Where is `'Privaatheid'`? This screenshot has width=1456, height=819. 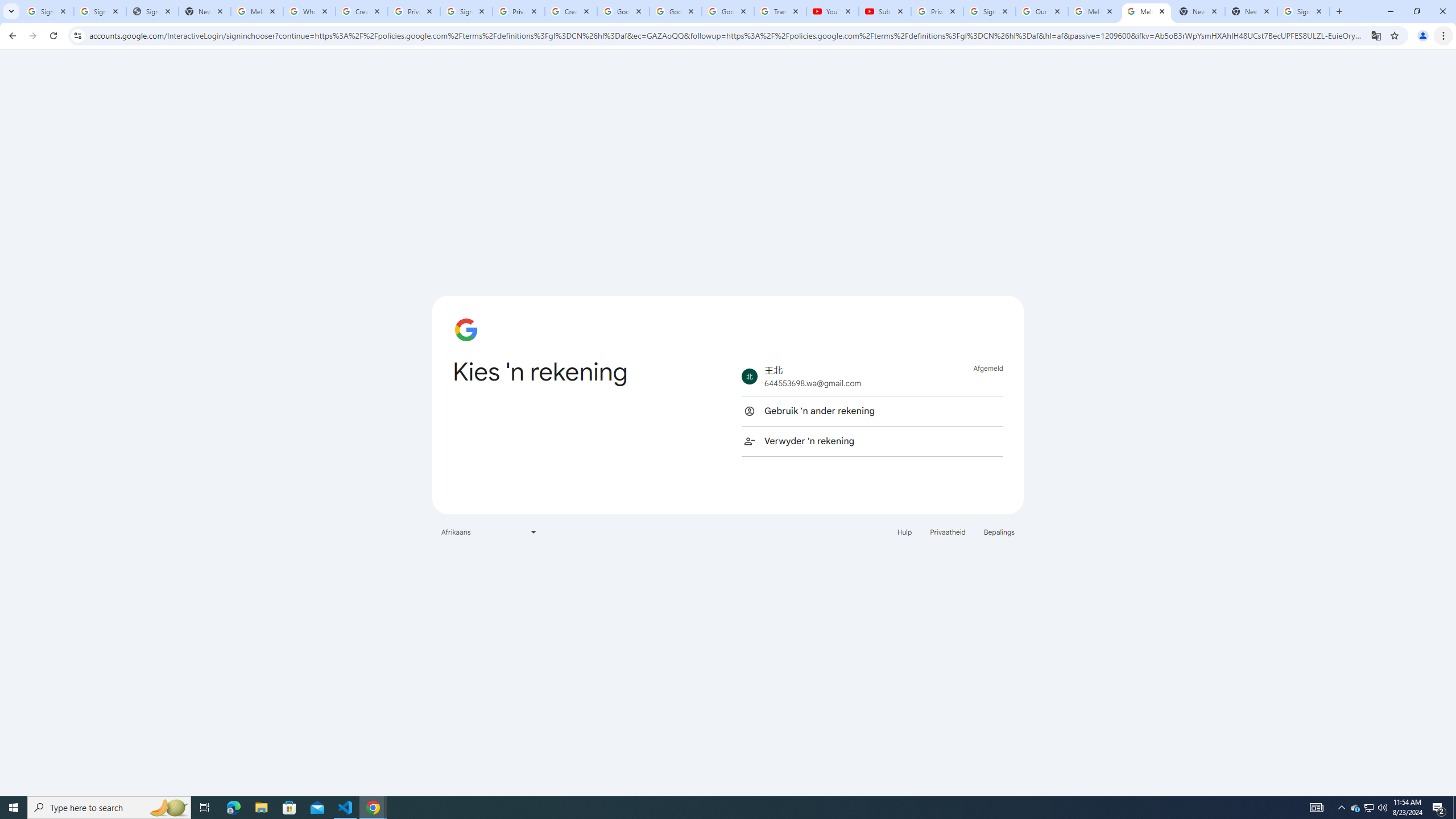
'Privaatheid' is located at coordinates (948, 531).